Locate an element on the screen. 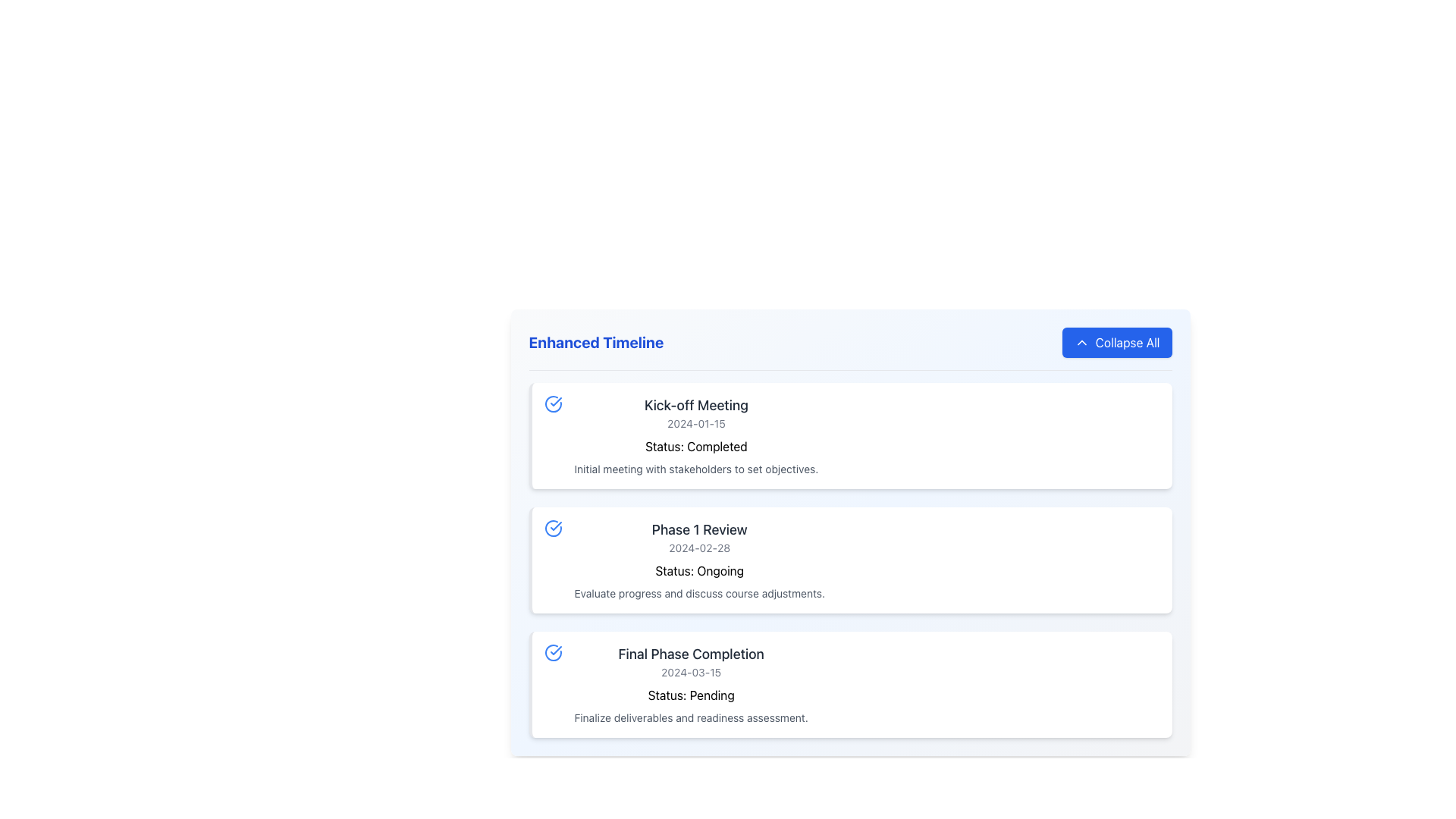 Image resolution: width=1456 pixels, height=819 pixels. the chevron icon within the 'Collapse All' button located at the top-right corner of the interface is located at coordinates (1081, 342).